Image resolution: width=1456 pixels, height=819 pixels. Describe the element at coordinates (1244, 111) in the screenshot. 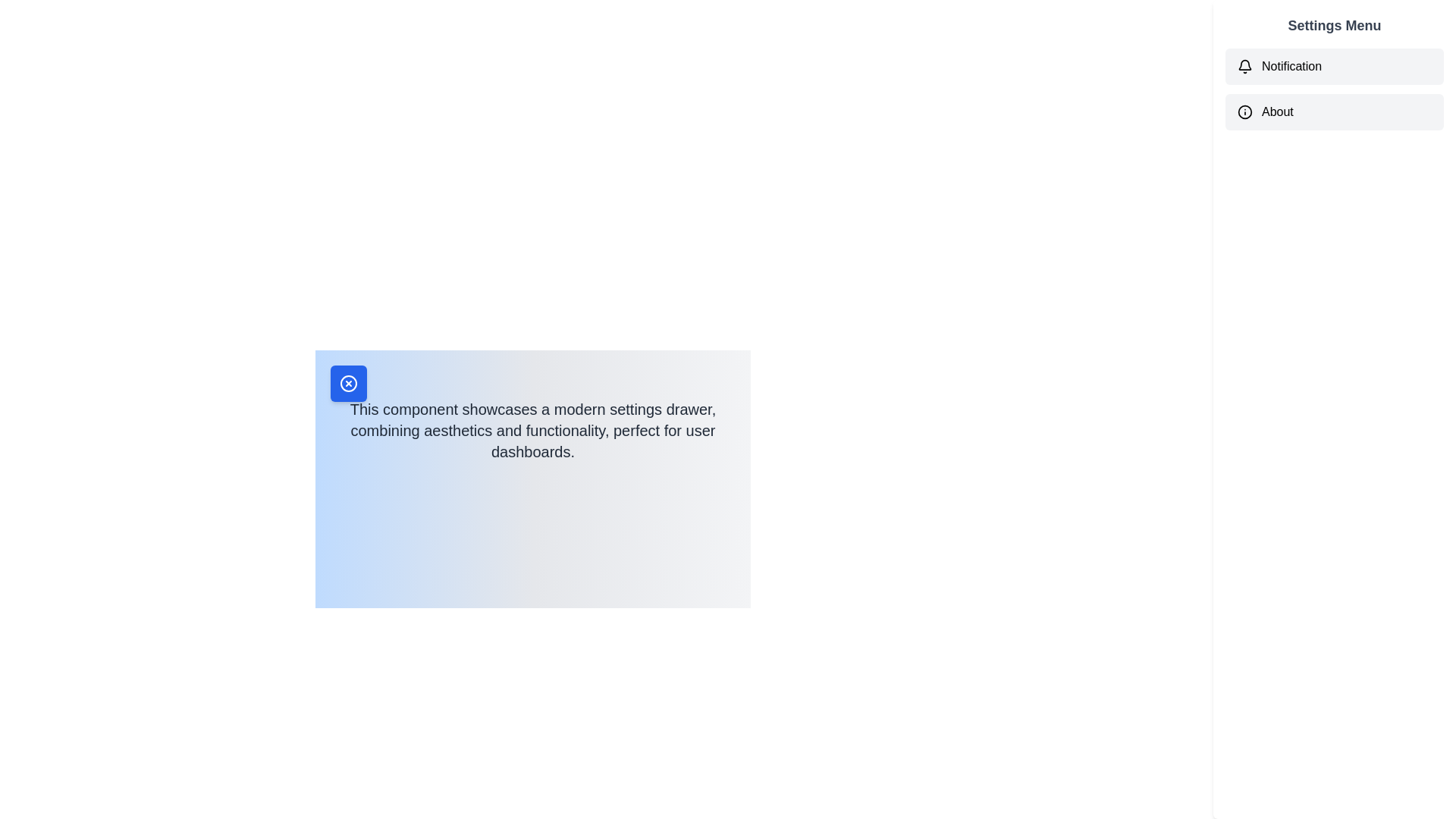

I see `the icon located in the left part of the 'About' section in the Settings Menu, which provides information related to that section` at that location.